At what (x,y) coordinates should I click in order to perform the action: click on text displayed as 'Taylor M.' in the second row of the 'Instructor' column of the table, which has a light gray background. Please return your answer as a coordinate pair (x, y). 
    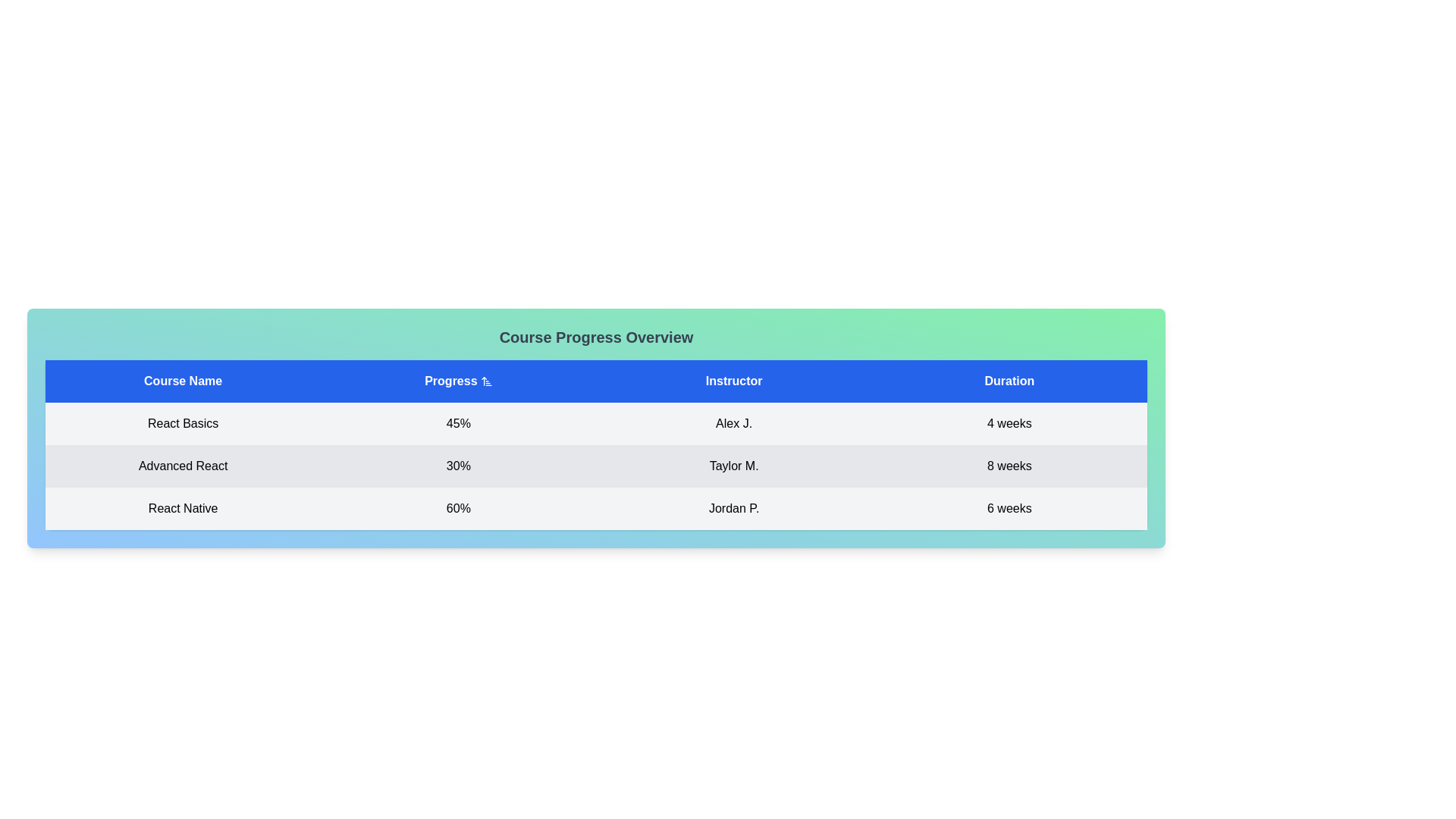
    Looking at the image, I should click on (734, 465).